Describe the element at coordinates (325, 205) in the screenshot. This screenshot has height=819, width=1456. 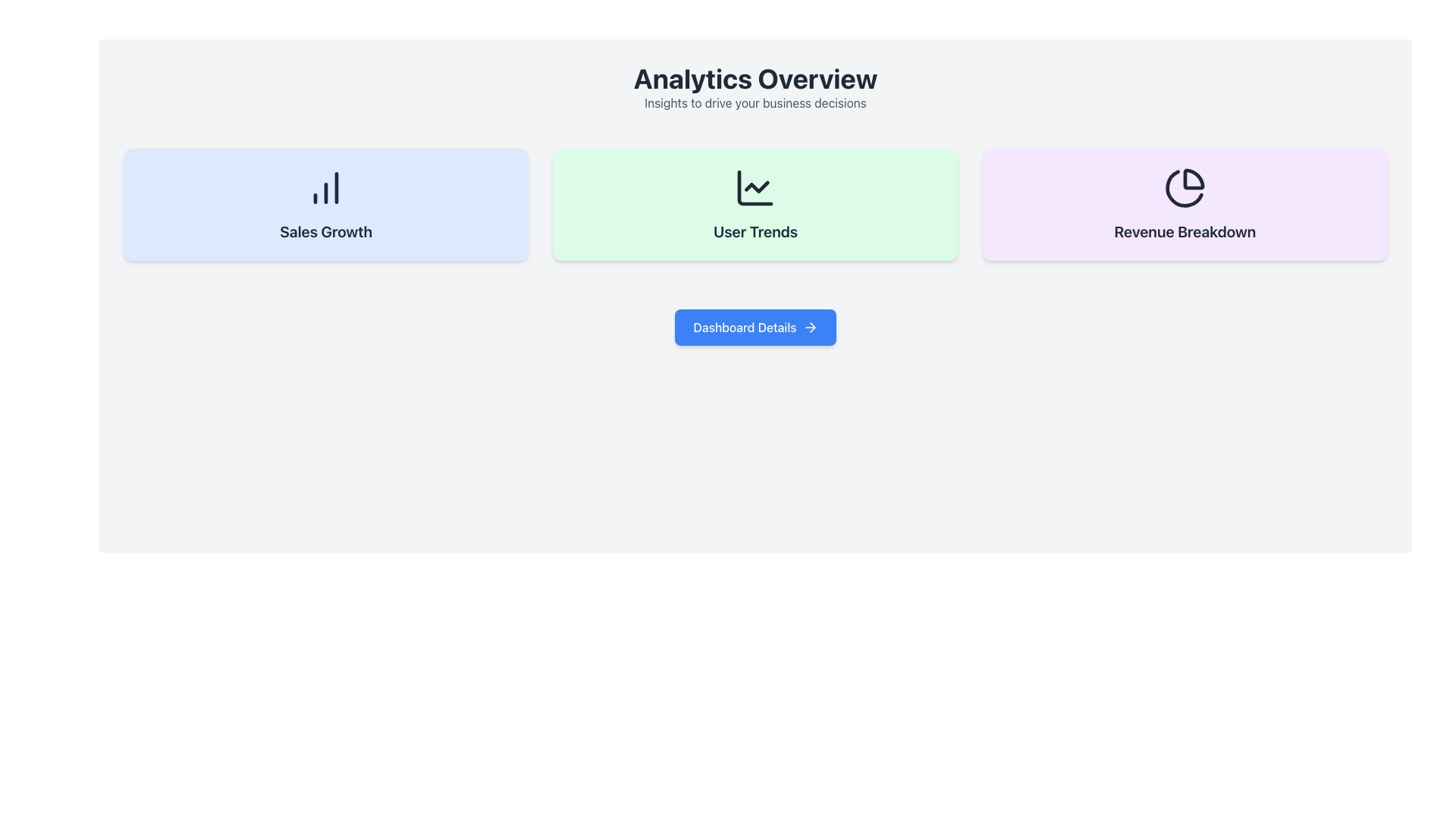
I see `the 'Sales Growth' informational card located at the leftmost position in the row of three cards` at that location.